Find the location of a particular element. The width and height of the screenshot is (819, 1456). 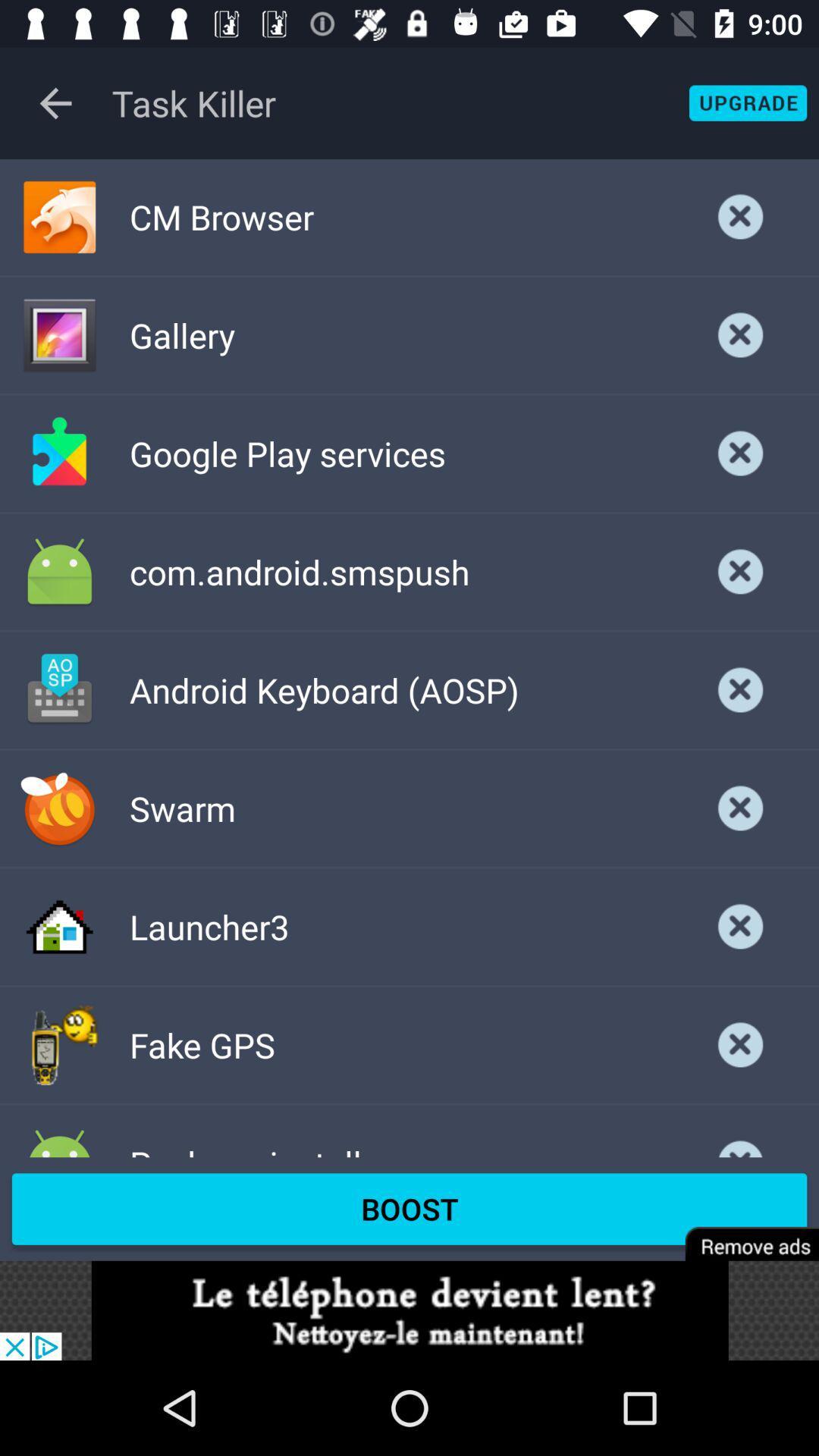

closeing the file is located at coordinates (740, 926).